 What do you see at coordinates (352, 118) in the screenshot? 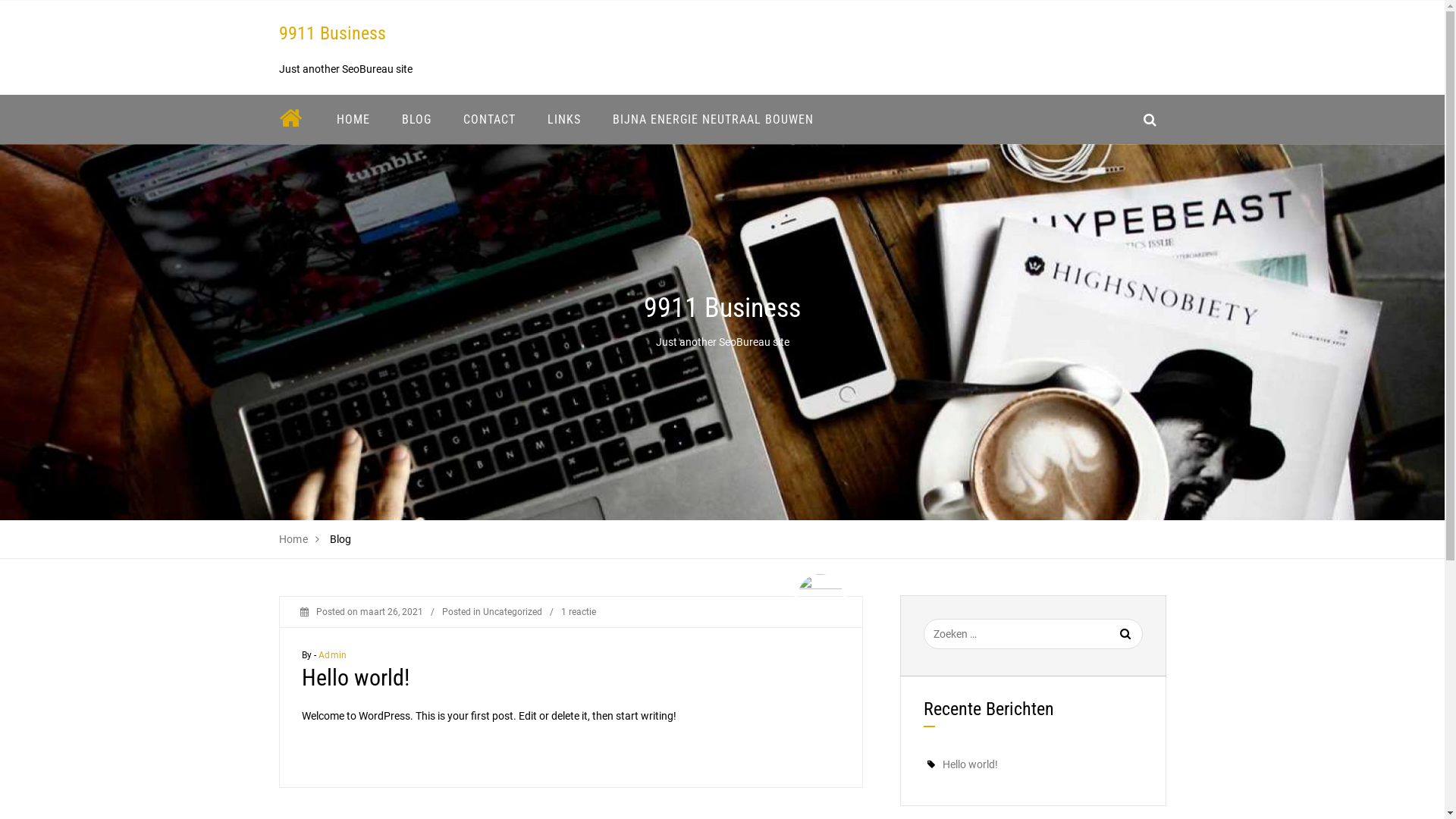
I see `'HOME'` at bounding box center [352, 118].